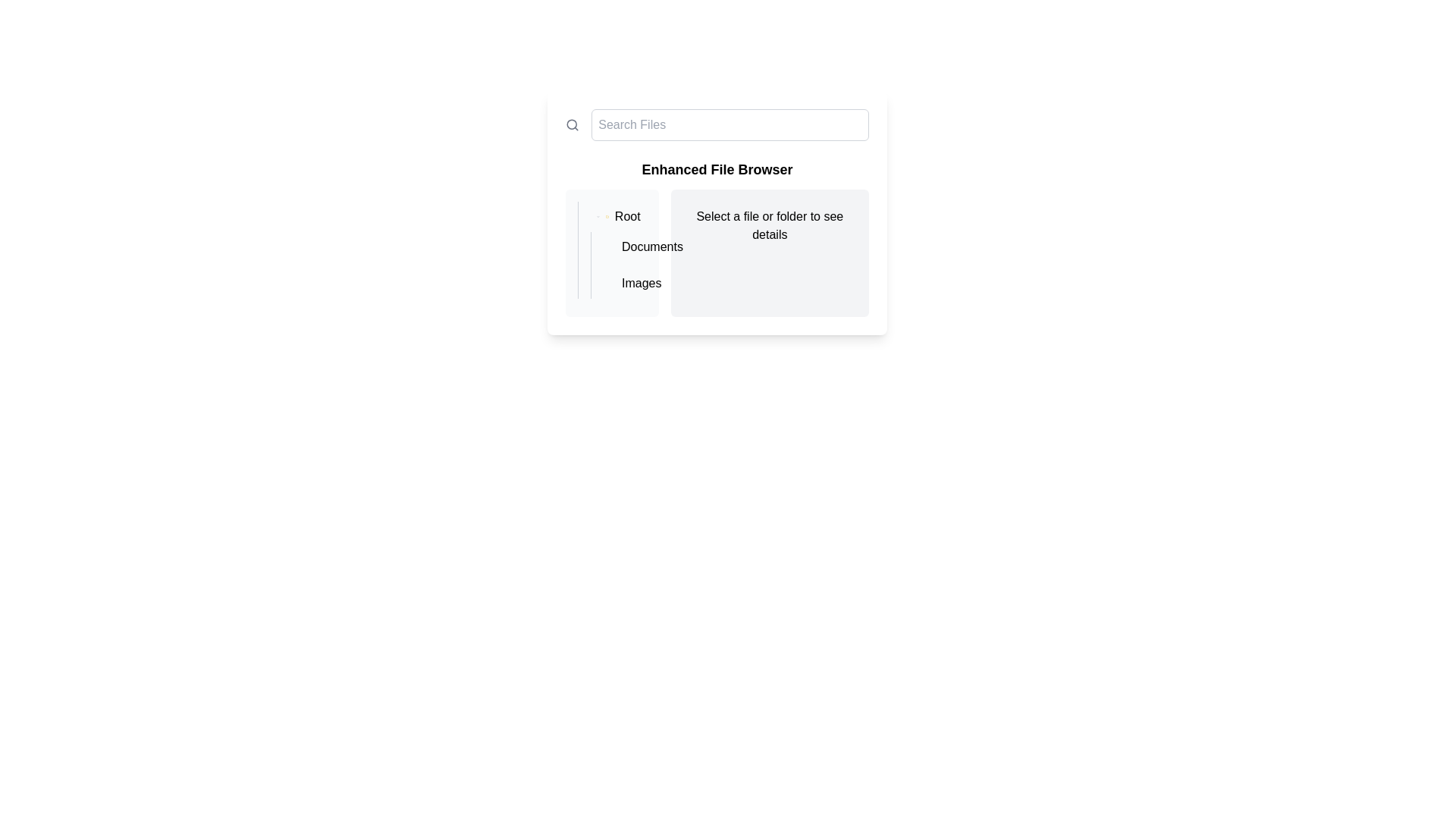  Describe the element at coordinates (612, 249) in the screenshot. I see `the 'Documents' directory node in the hierarchical file browser` at that location.